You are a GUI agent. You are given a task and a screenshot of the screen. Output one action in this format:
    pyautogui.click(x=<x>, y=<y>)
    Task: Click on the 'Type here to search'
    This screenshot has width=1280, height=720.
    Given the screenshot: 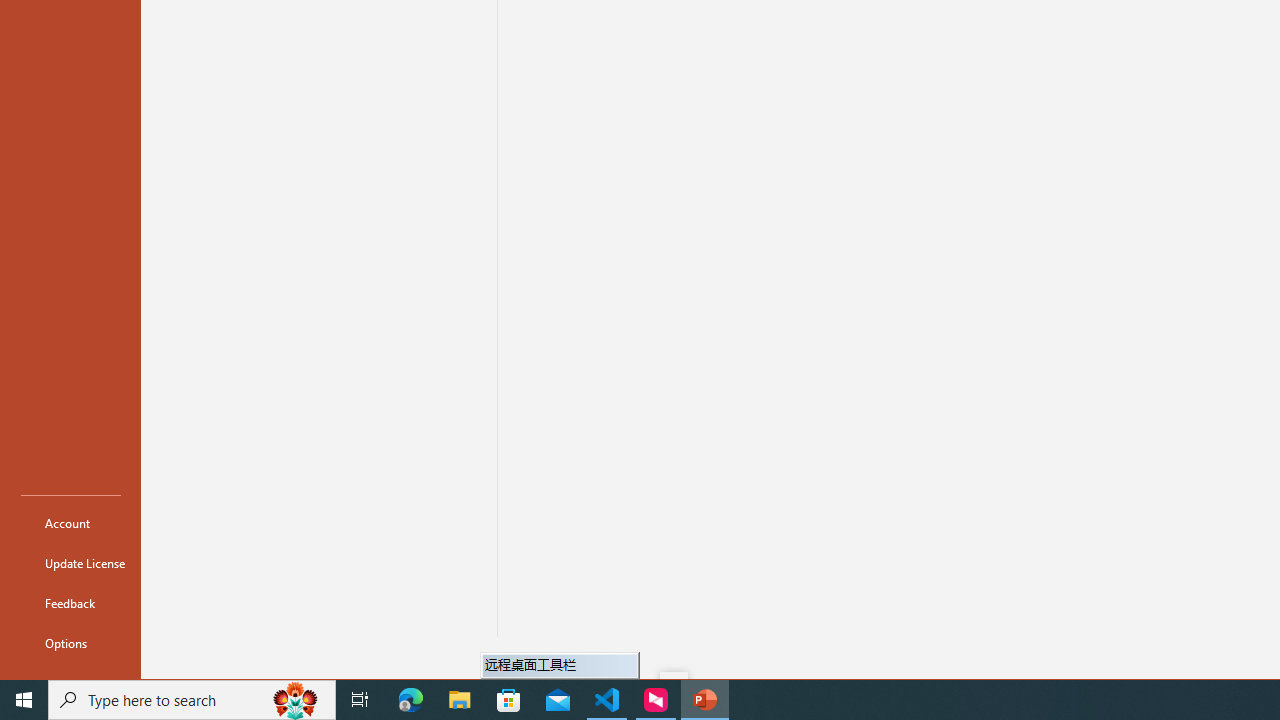 What is the action you would take?
    pyautogui.click(x=192, y=698)
    